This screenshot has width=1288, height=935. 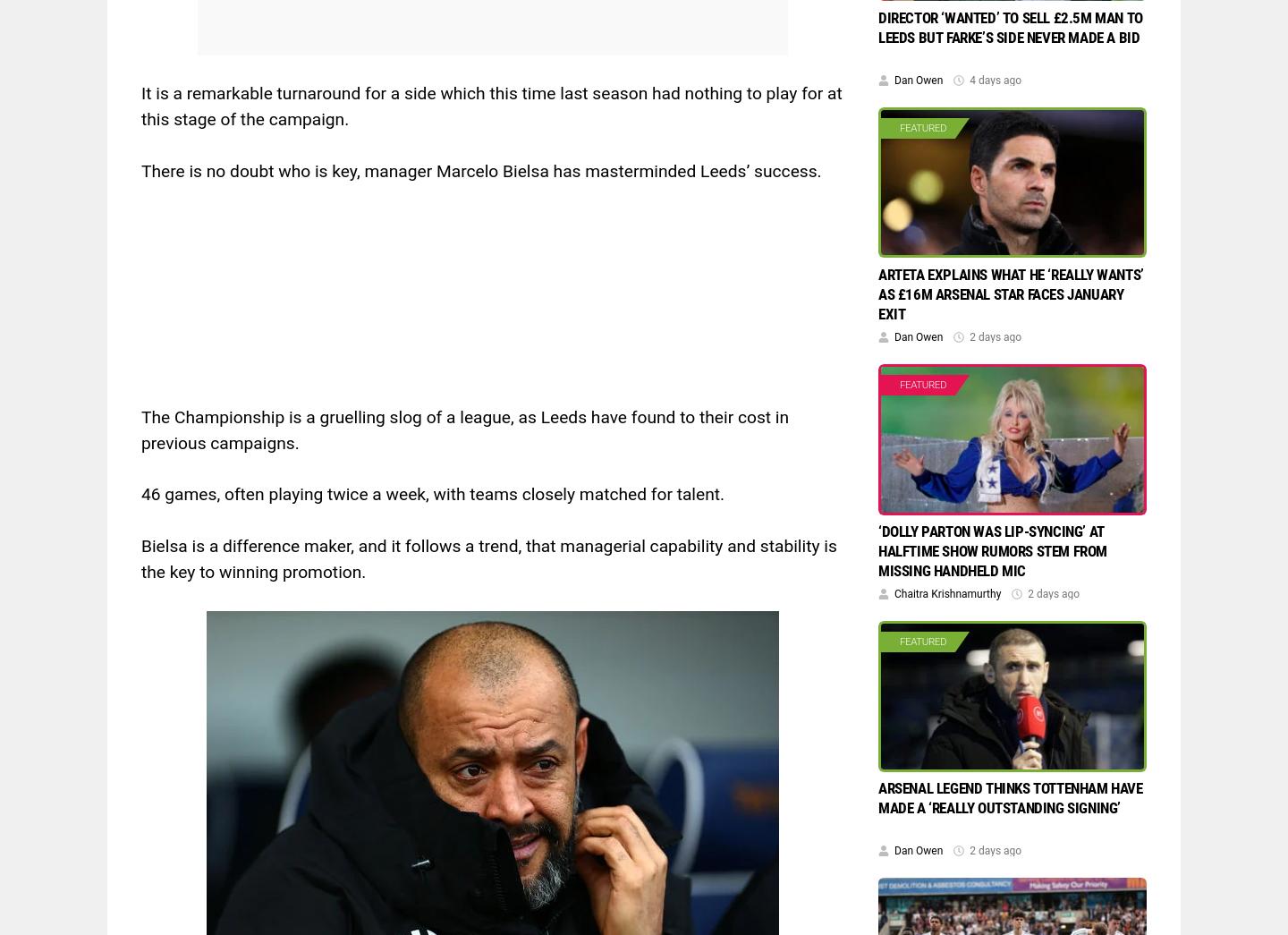 What do you see at coordinates (1009, 796) in the screenshot?
I see `'Arsenal legend thinks Tottenham have made a ‘really outstanding signing’'` at bounding box center [1009, 796].